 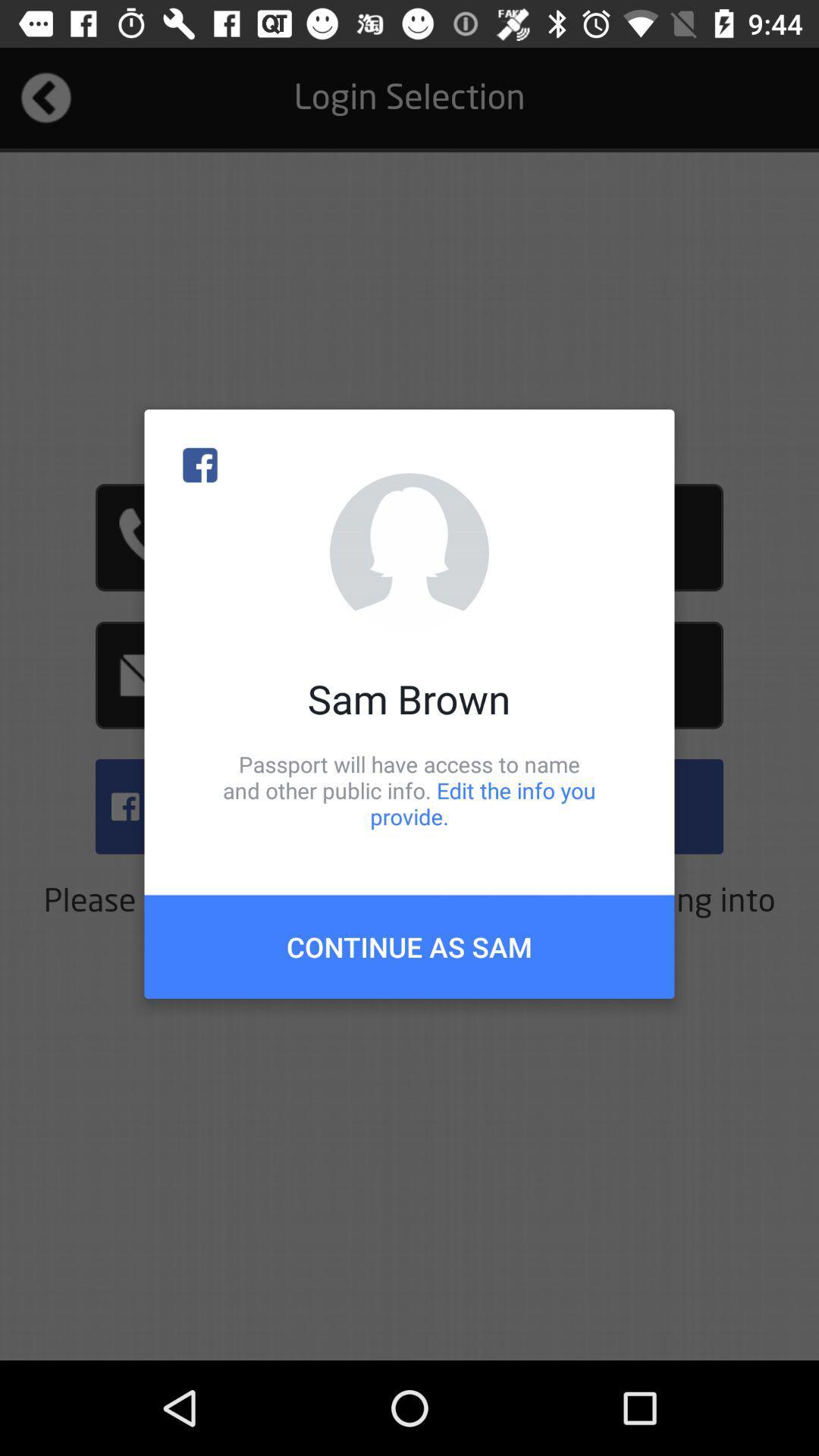 I want to click on the passport will have icon, so click(x=409, y=789).